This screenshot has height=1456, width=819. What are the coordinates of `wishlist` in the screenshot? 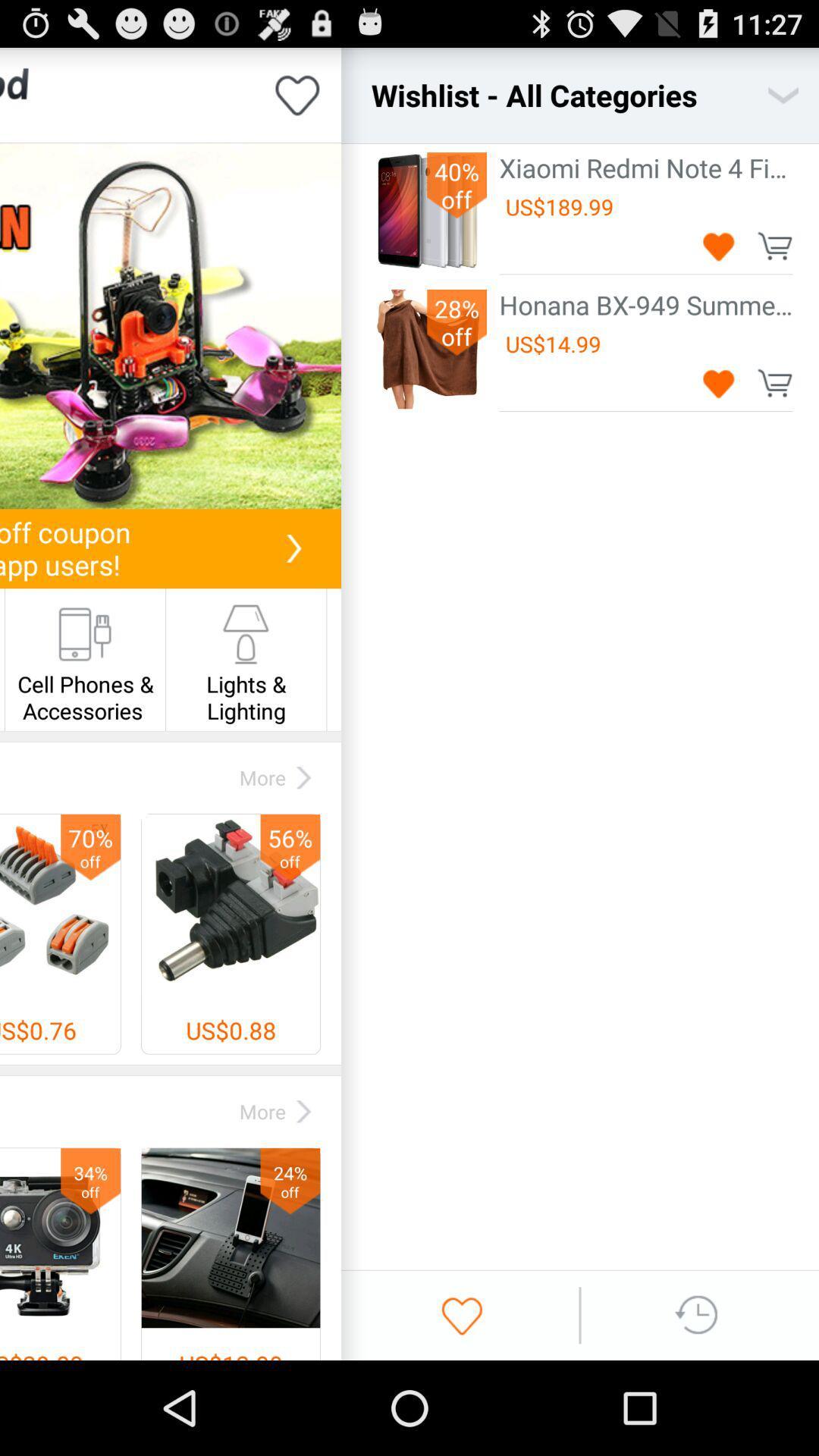 It's located at (461, 1314).